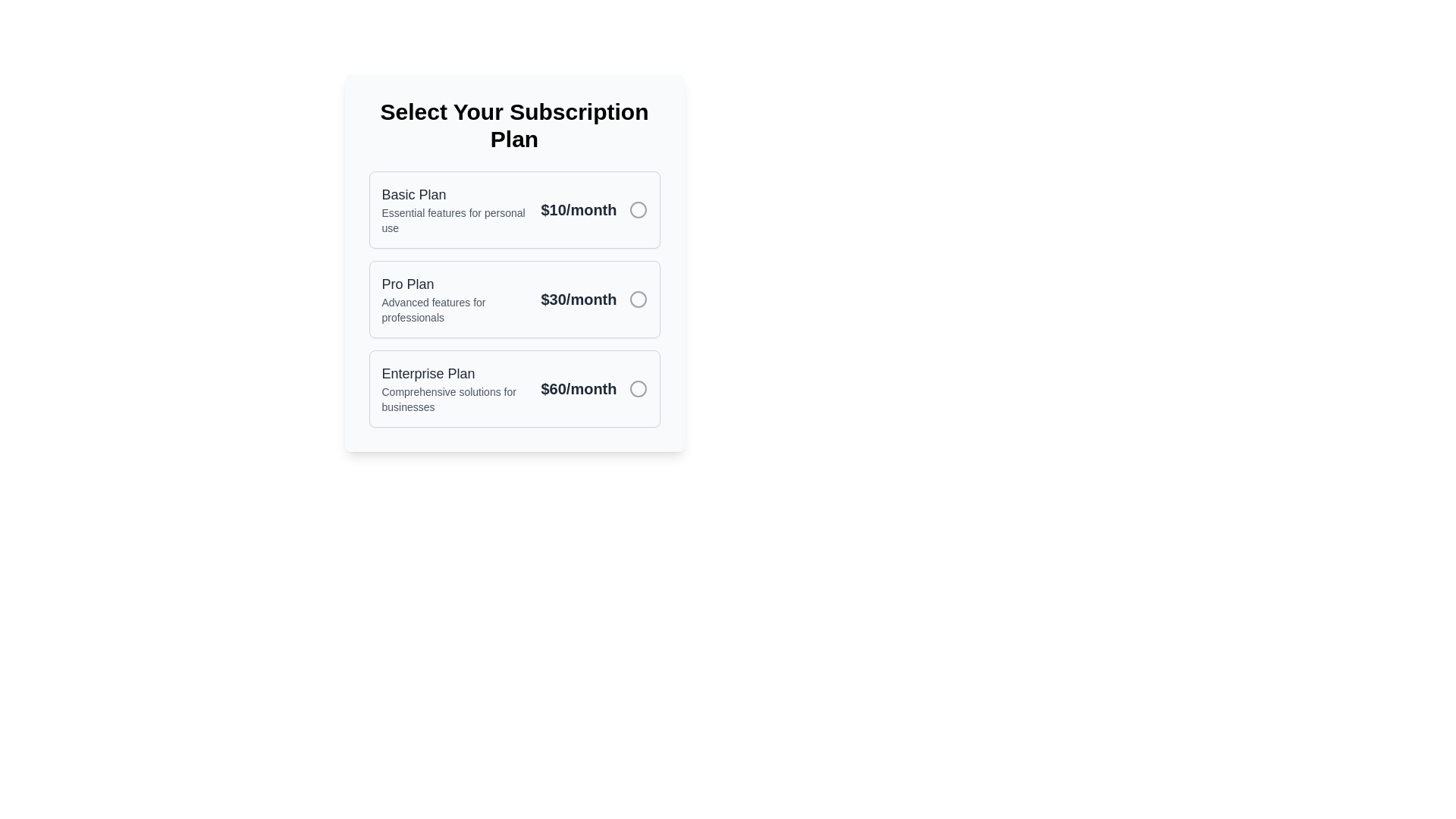 This screenshot has width=1456, height=819. Describe the element at coordinates (578, 388) in the screenshot. I see `the static text label displaying the price '$60/month' in bold, located within the 'Enterprise Plan' box, positioned to the right of the description text and before the radio button` at that location.